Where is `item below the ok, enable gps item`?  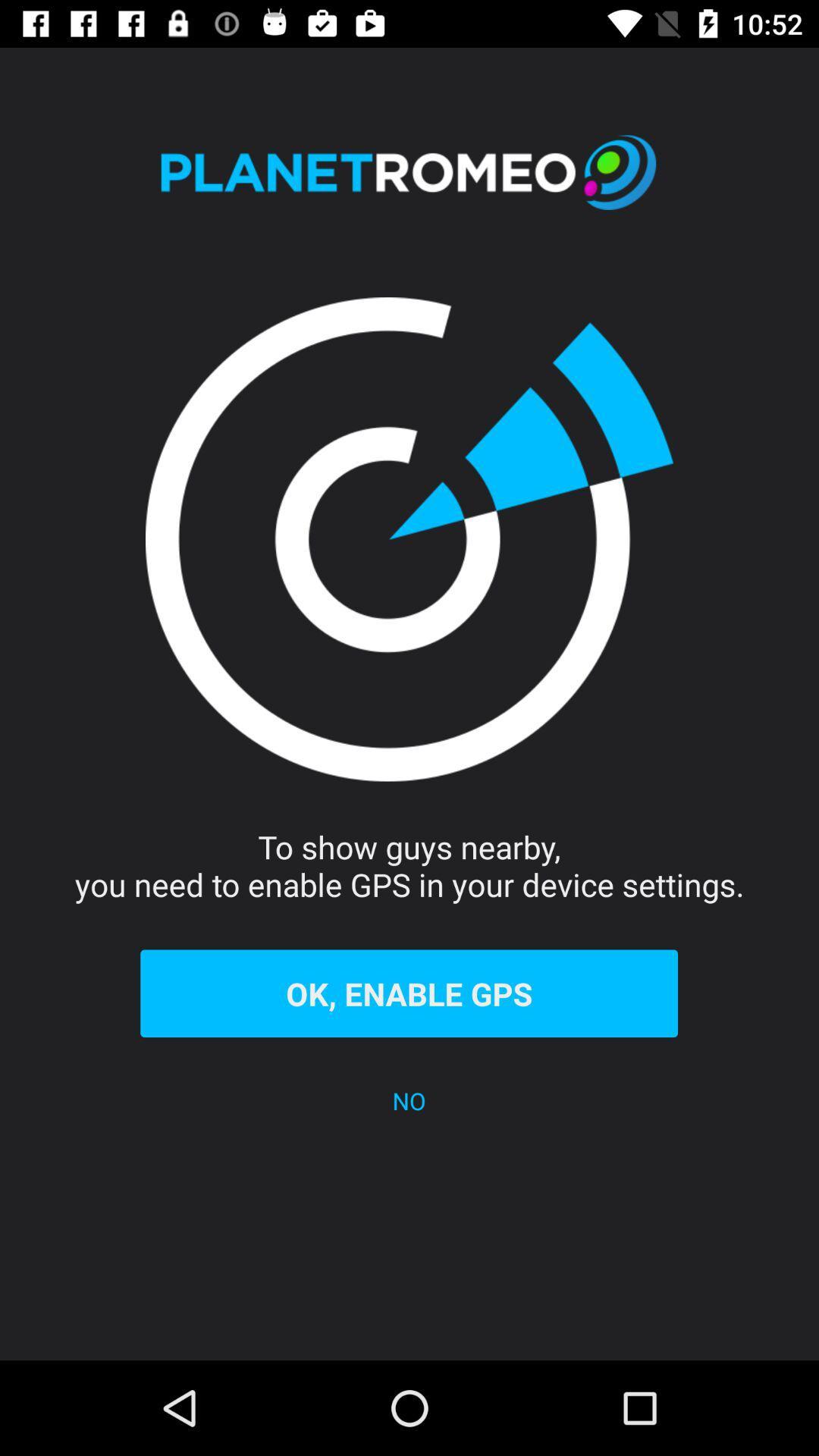 item below the ok, enable gps item is located at coordinates (408, 1100).